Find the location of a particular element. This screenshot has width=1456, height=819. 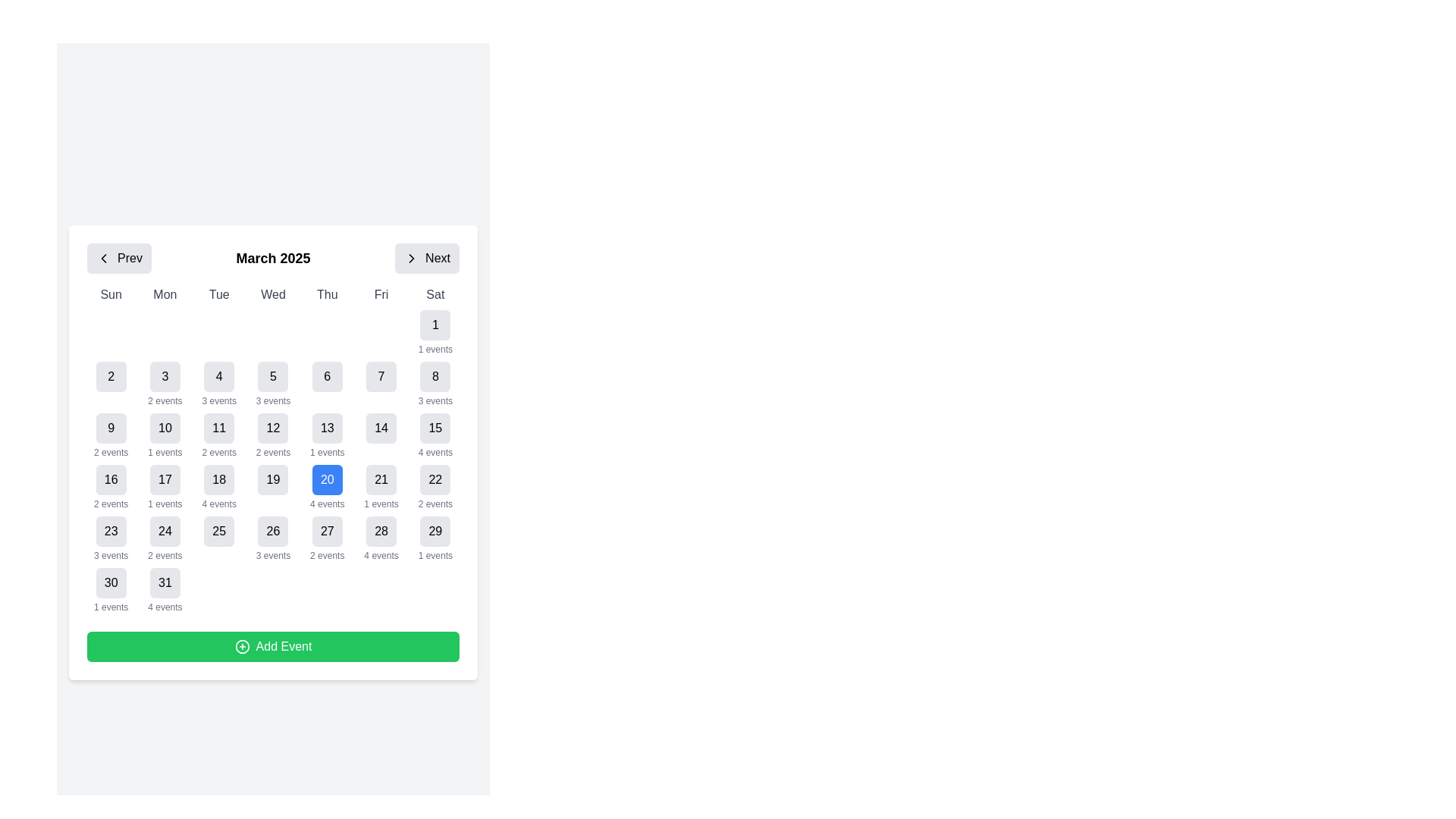

the Calendar Date Item representing the 26th day of the week in the 4th column and 6th row of the calendar for March 2025 is located at coordinates (273, 538).